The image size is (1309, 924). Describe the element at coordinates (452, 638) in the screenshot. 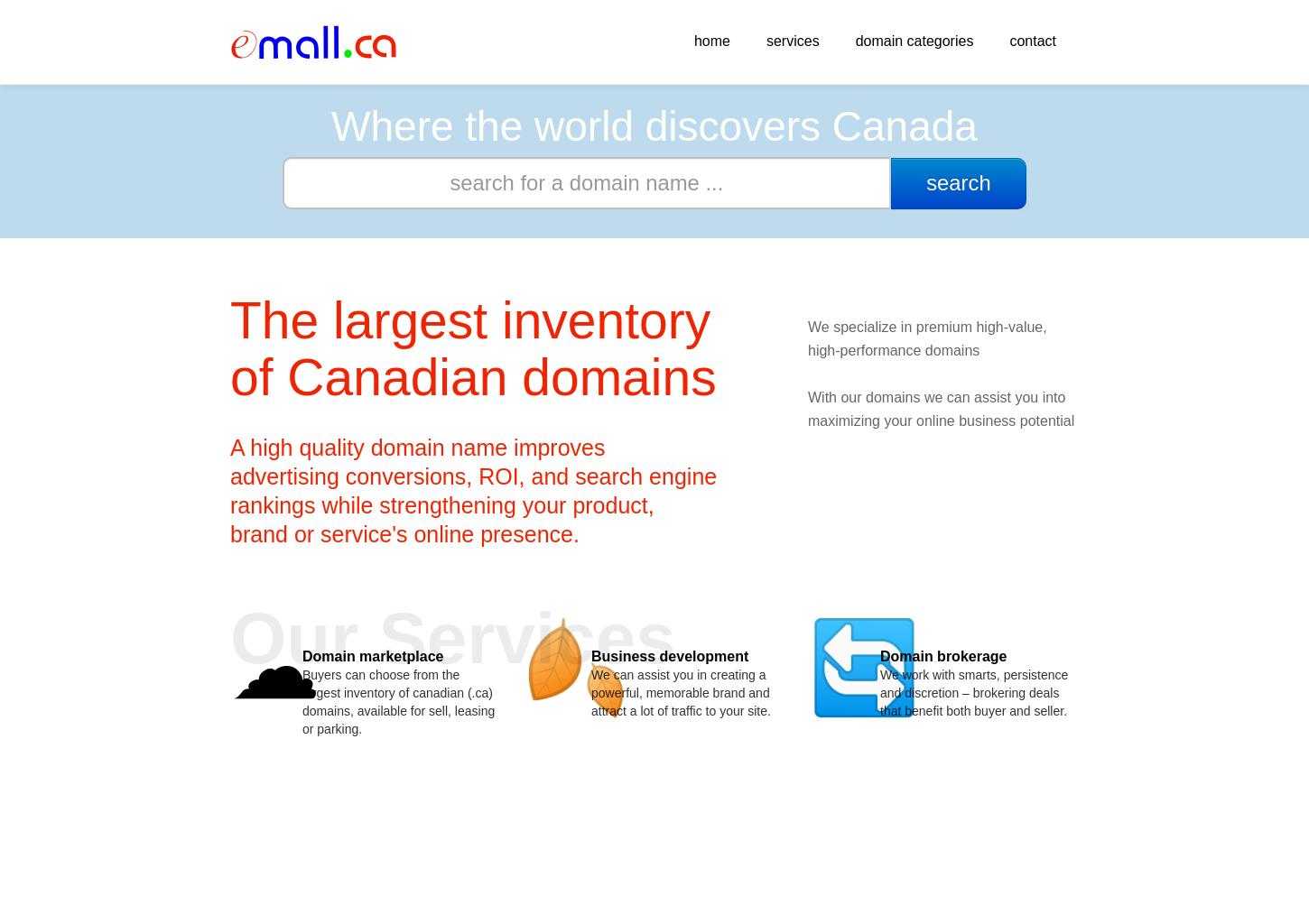

I see `'Our Services'` at that location.